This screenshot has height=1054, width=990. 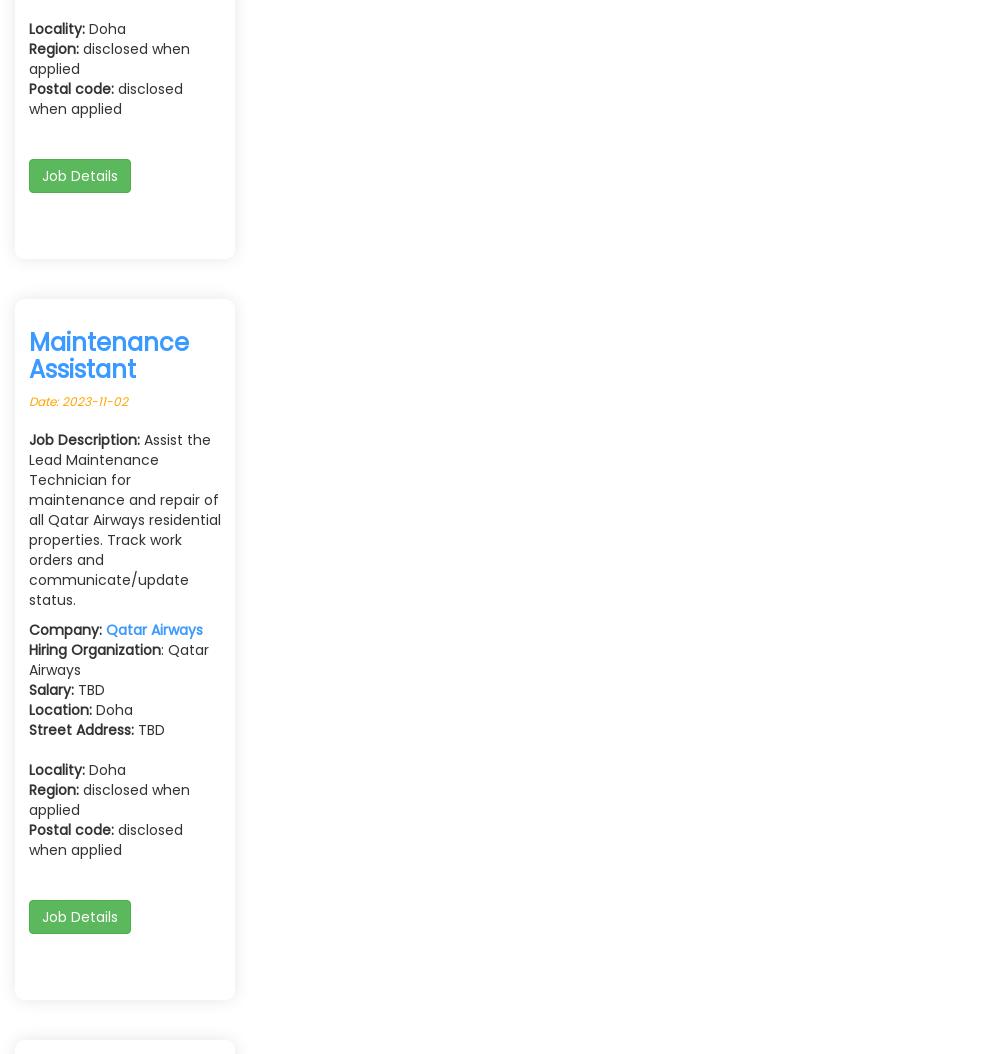 I want to click on 'Company:', so click(x=28, y=628).